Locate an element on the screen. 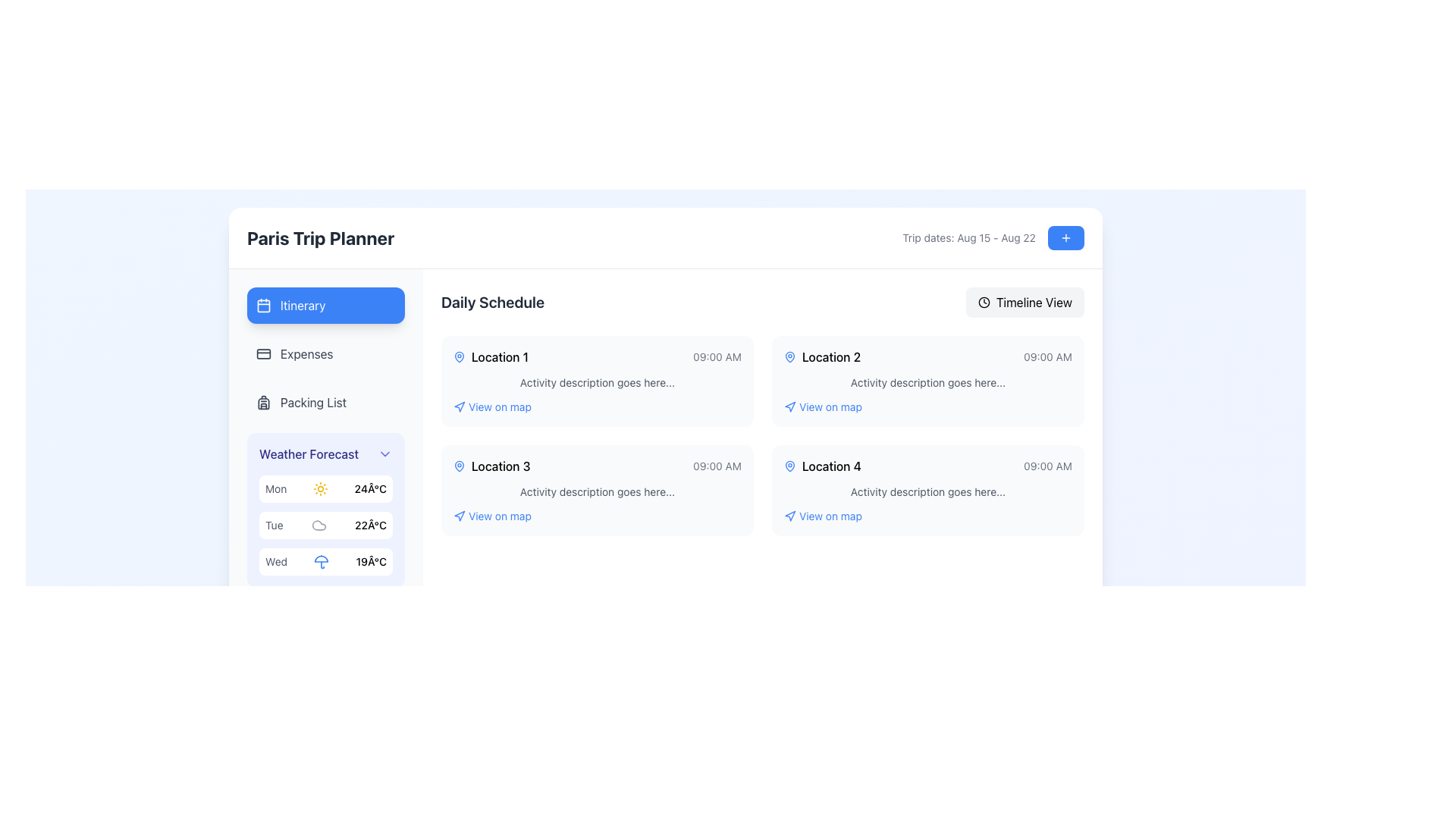 This screenshot has width=1456, height=819. the button that toggles or activates the 'Timeline View' of the schedule, located on the right side of the header row labeled 'Daily Schedule' is located at coordinates (1025, 302).